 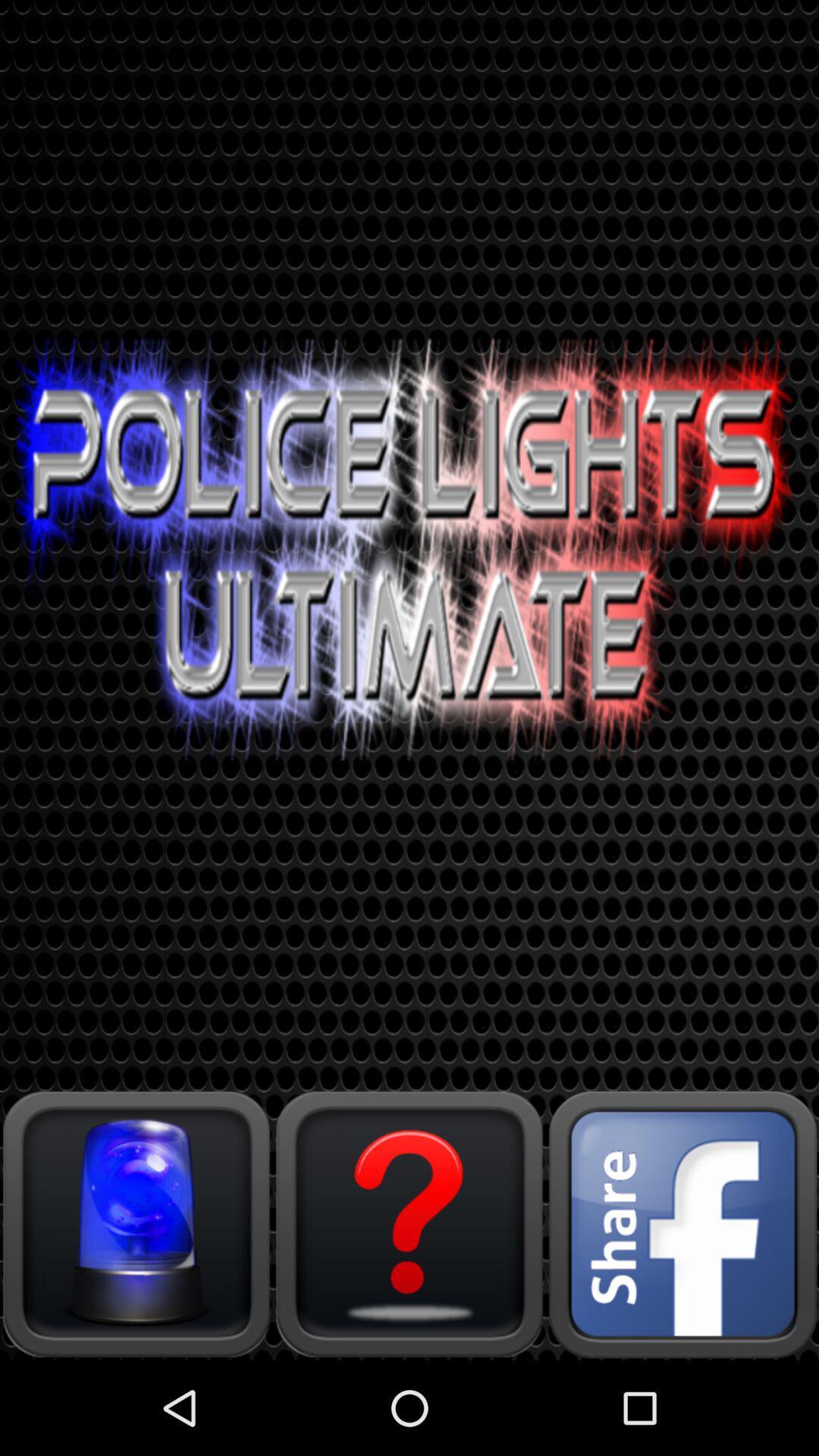 I want to click on police lights ultimate, so click(x=136, y=1223).